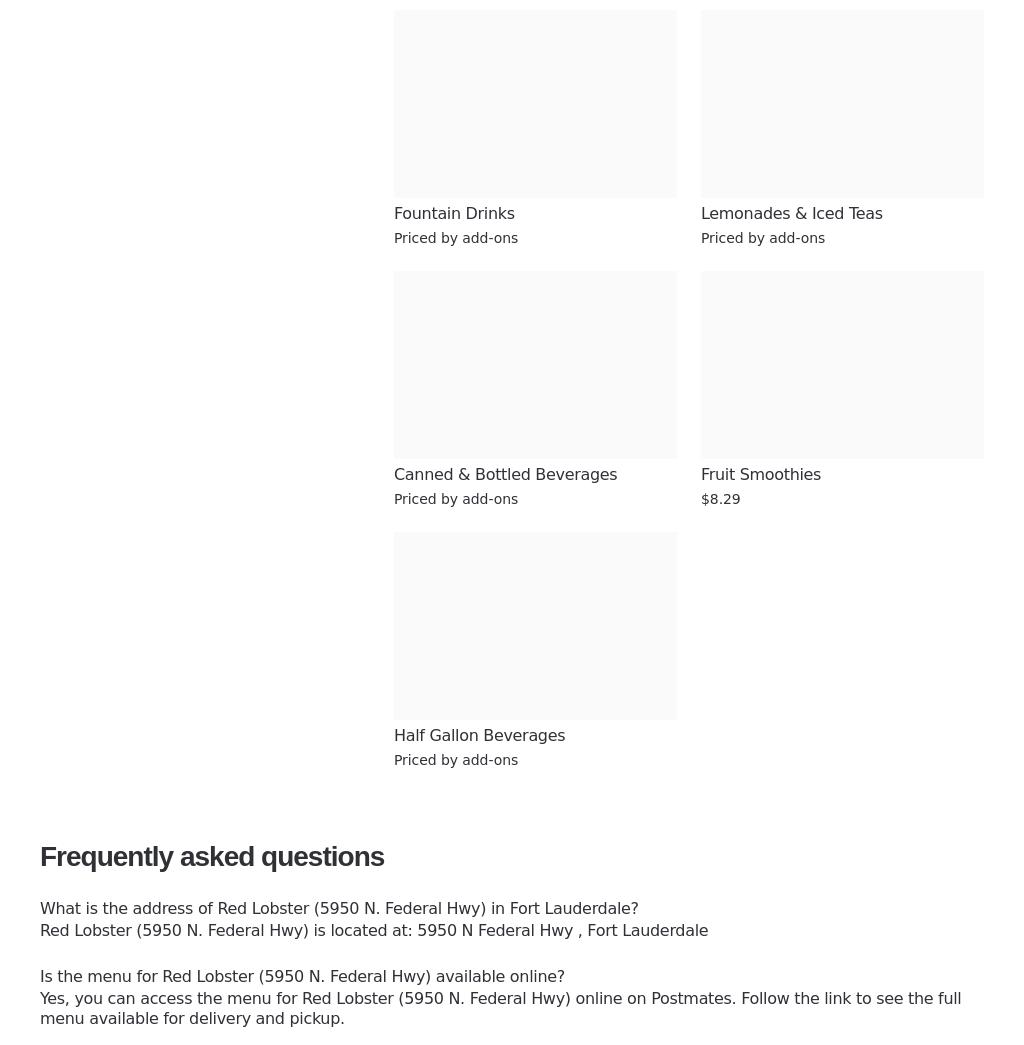  Describe the element at coordinates (478, 734) in the screenshot. I see `'Half Gallon Beverages'` at that location.